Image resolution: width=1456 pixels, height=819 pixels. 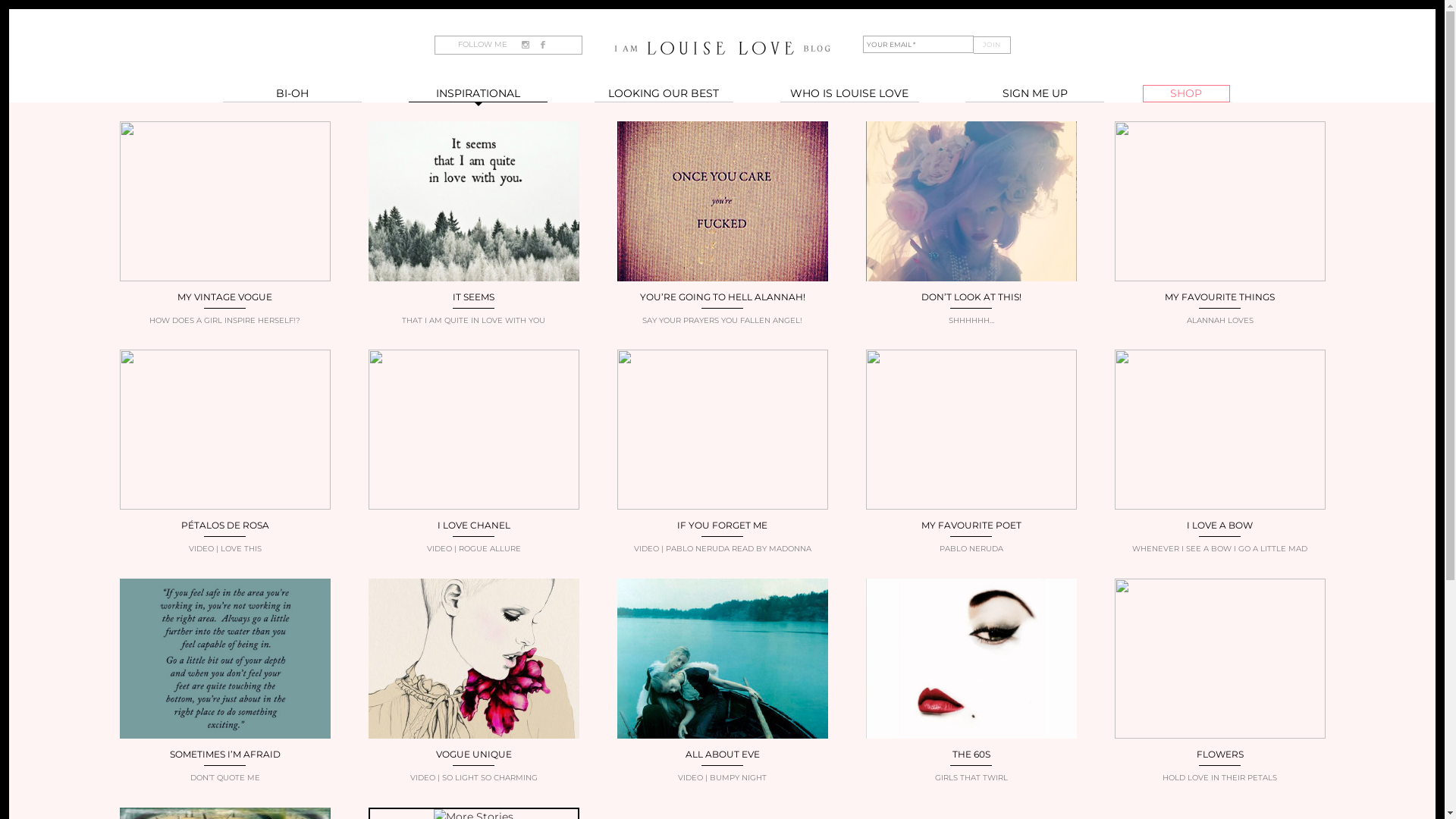 What do you see at coordinates (676, 524) in the screenshot?
I see `'IF YOU FORGET ME'` at bounding box center [676, 524].